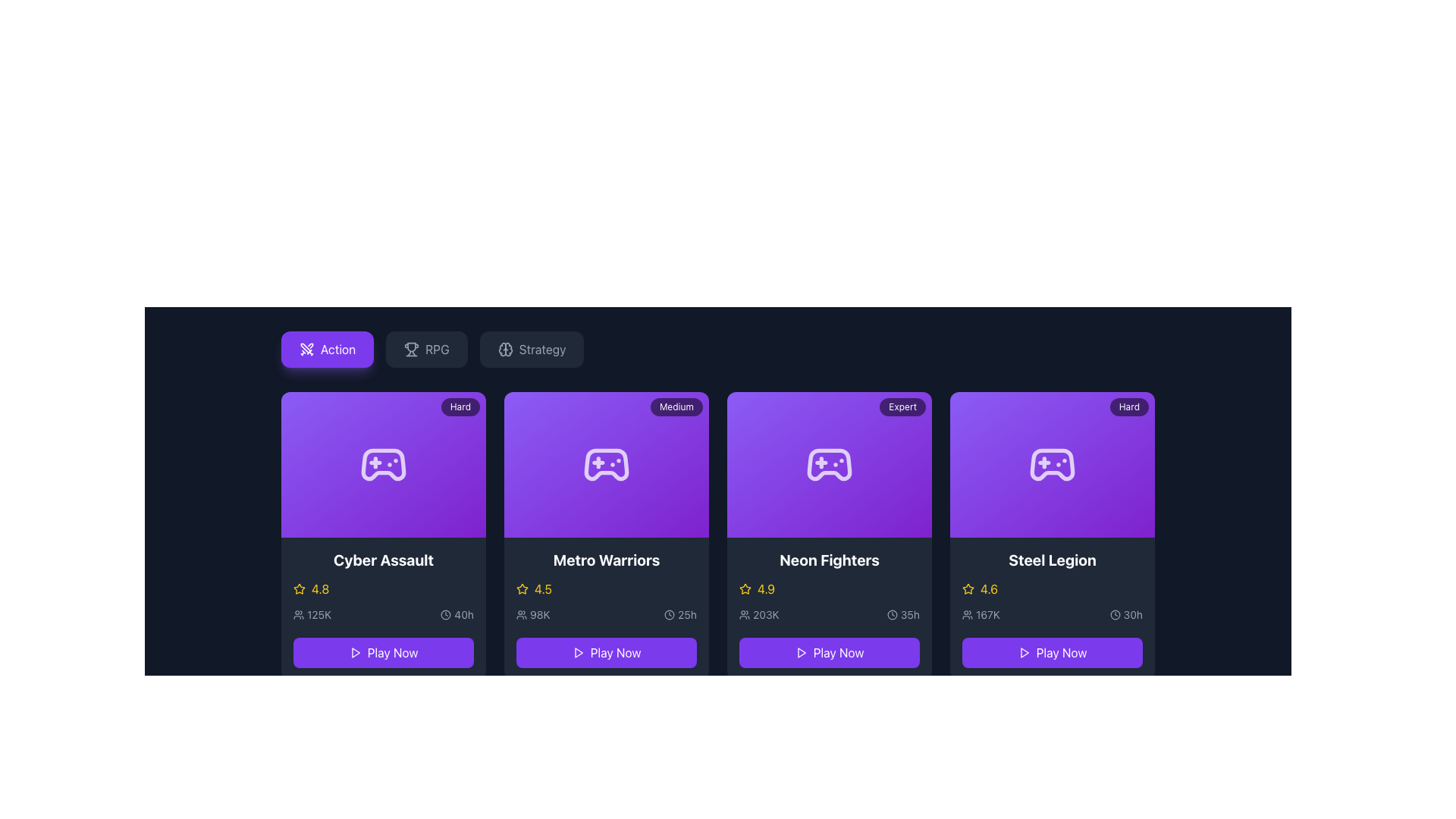  Describe the element at coordinates (745, 614) in the screenshot. I see `the SVG icon resembling a group of people located in the bottom-left area of the 'Neon Fighters' card, adjacent to the text '203K'` at that location.